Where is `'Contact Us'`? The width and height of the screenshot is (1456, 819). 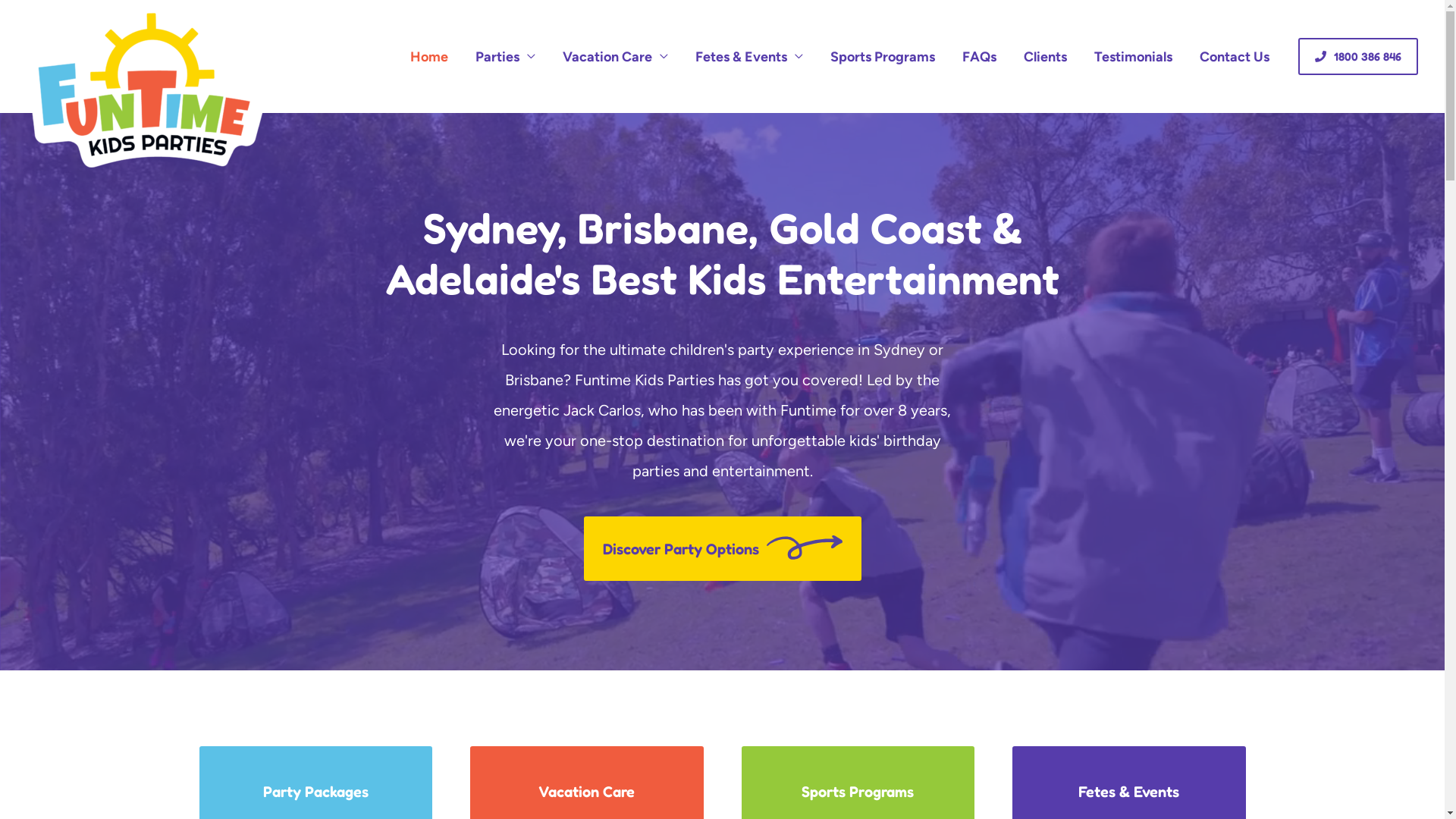 'Contact Us' is located at coordinates (1234, 55).